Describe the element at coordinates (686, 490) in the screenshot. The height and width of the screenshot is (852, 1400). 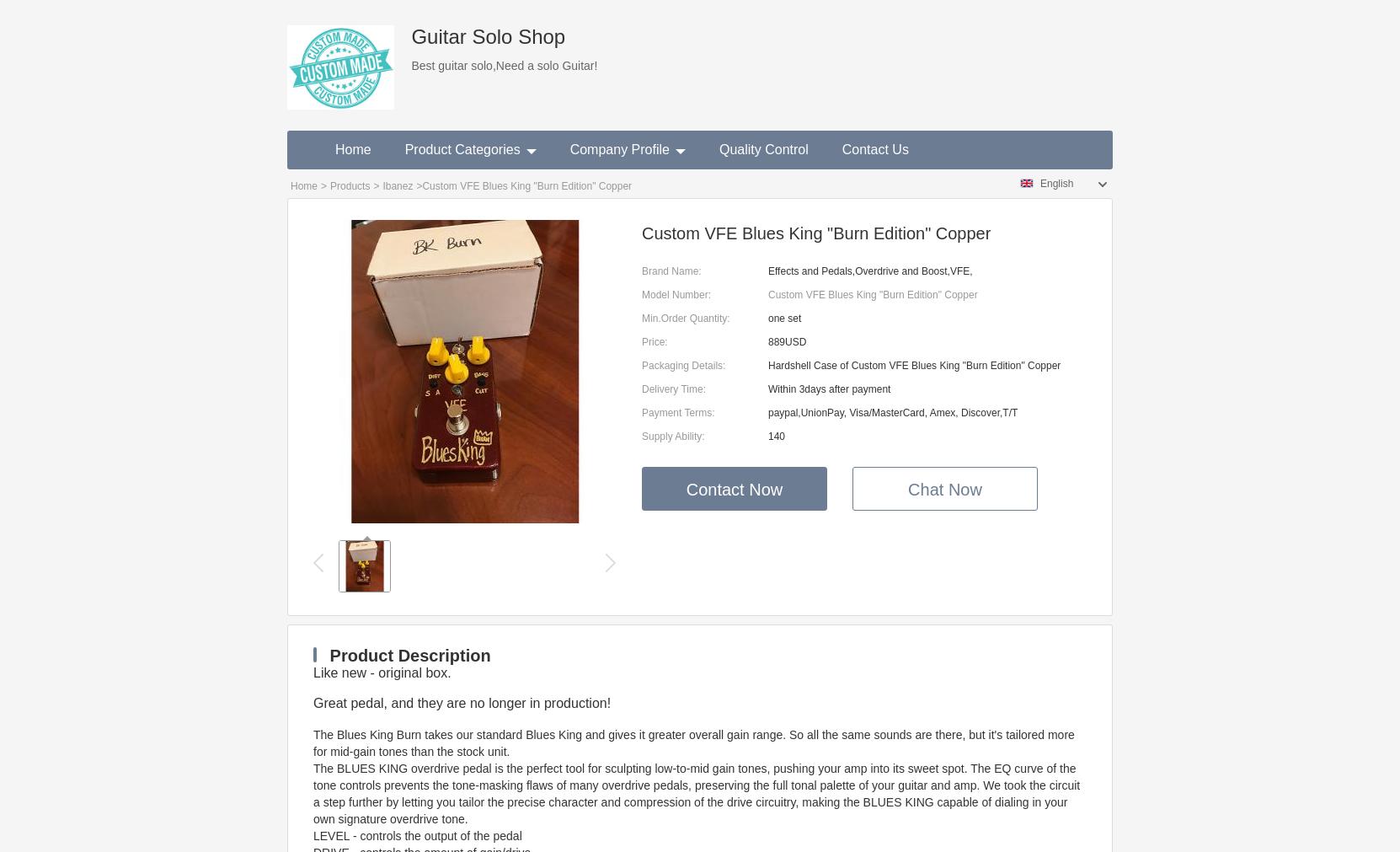
I see `'Contact Now'` at that location.